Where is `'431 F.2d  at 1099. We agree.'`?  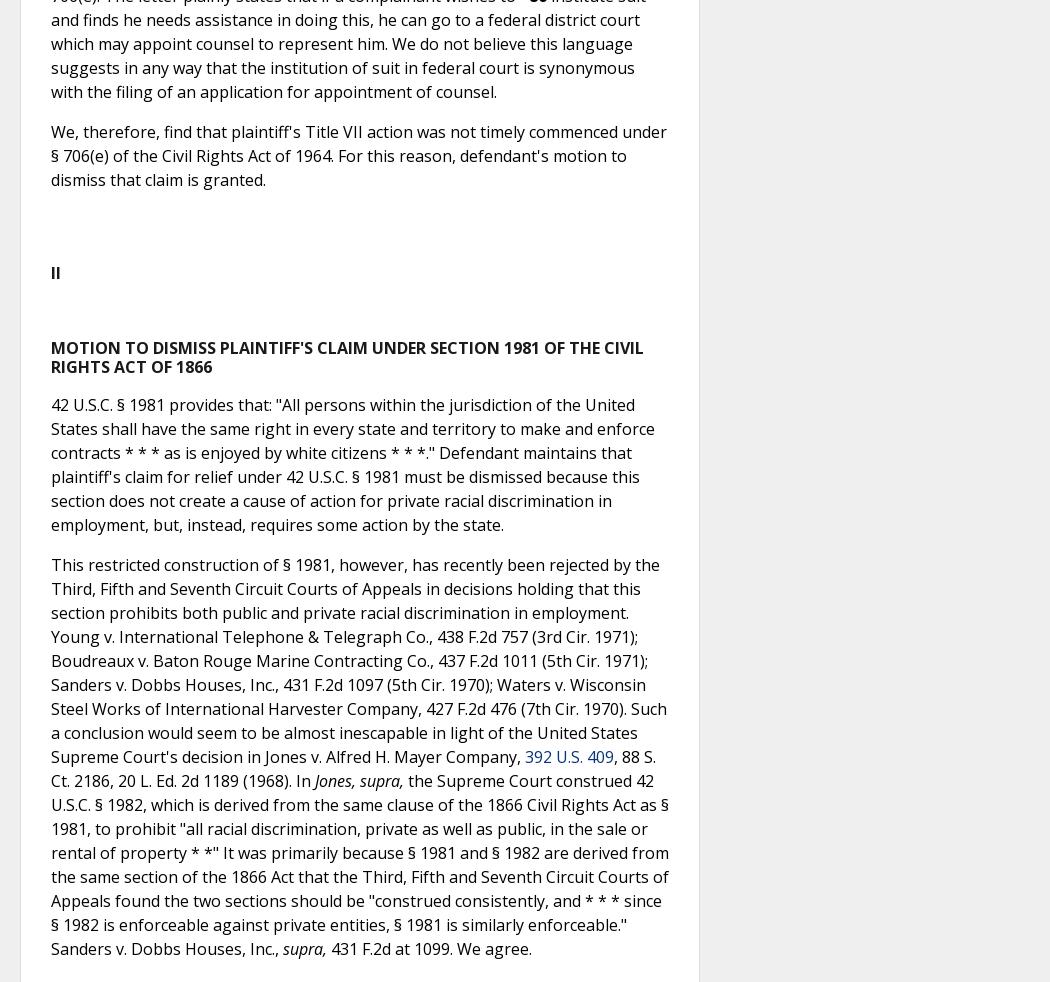 '431 F.2d  at 1099. We agree.' is located at coordinates (326, 949).